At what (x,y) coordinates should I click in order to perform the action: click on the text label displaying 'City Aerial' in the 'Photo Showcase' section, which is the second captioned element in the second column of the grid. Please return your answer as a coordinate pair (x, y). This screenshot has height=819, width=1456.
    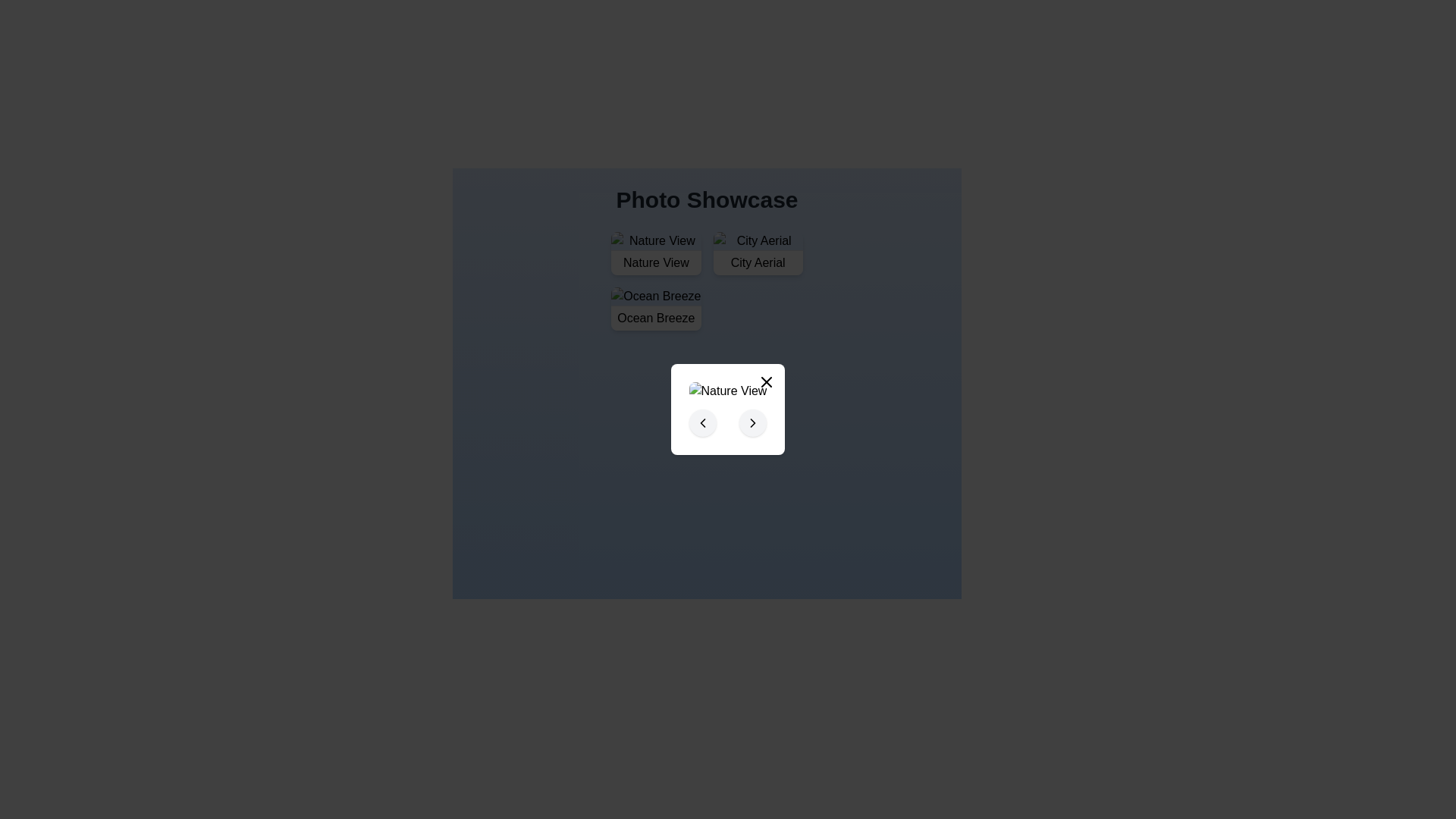
    Looking at the image, I should click on (758, 262).